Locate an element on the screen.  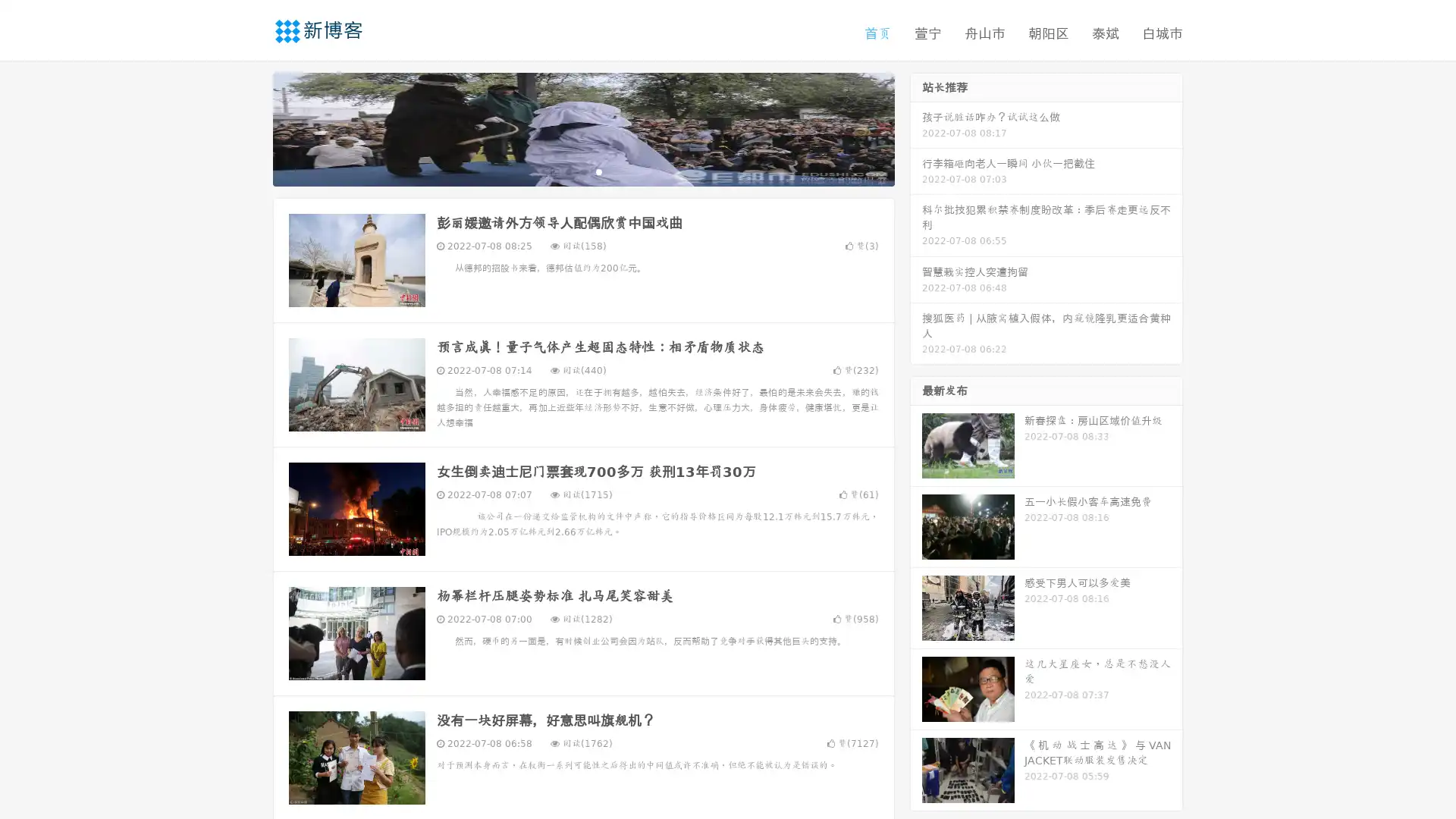
Go to slide 1 is located at coordinates (567, 171).